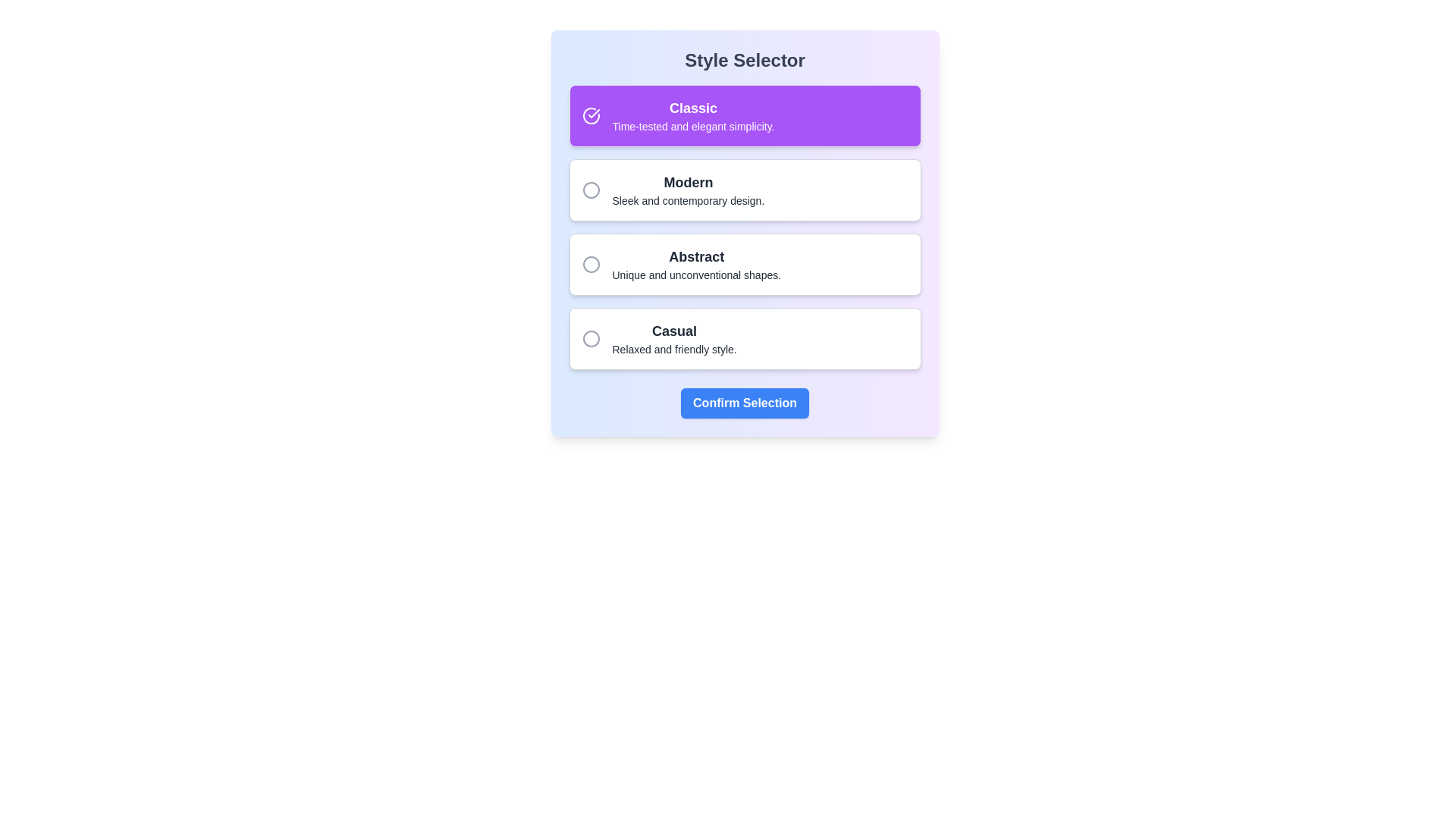 The image size is (1456, 819). I want to click on the 'Classic' text block within the selectable card in the 'Style Selector' dialog box, so click(692, 115).